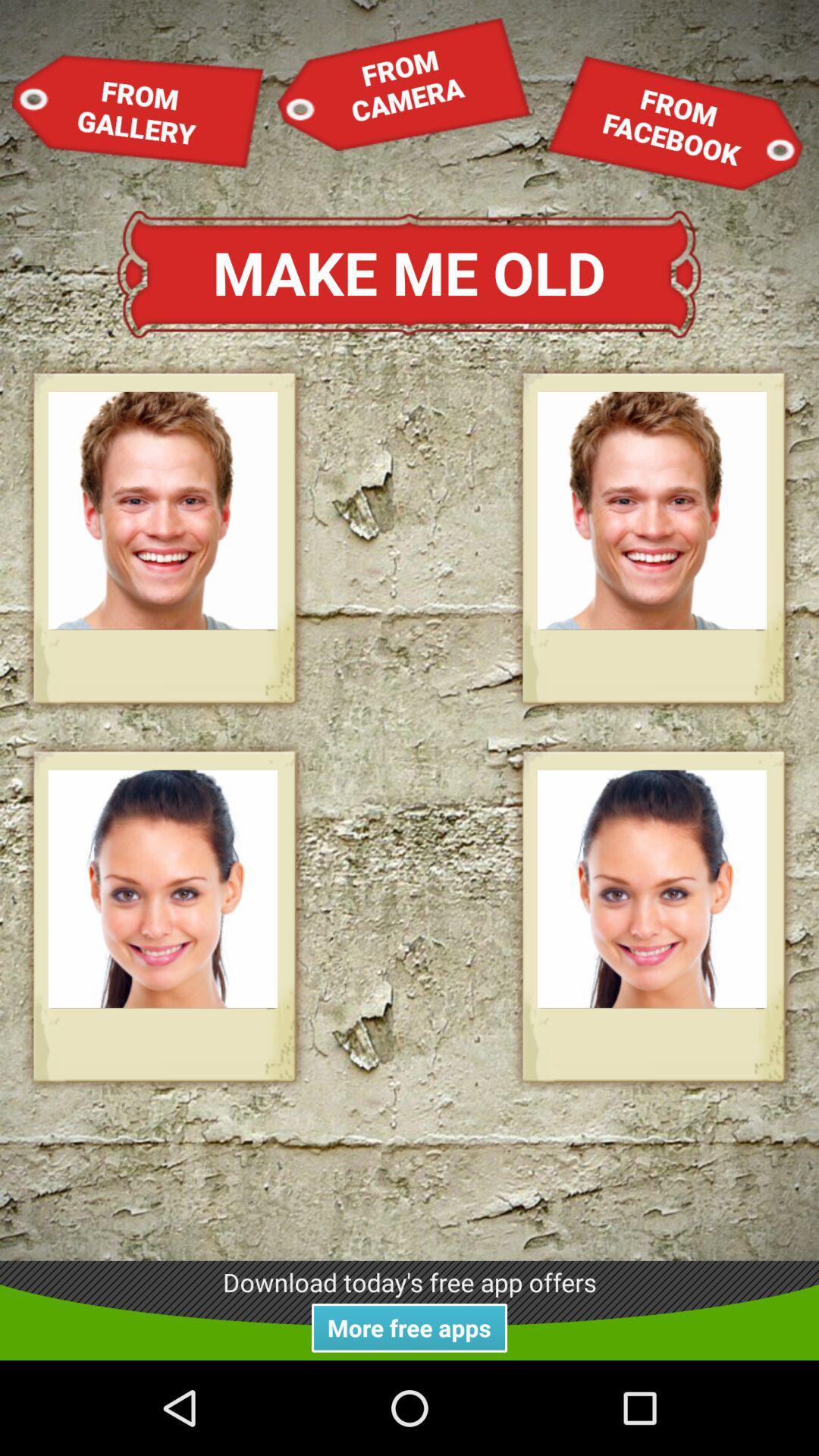 This screenshot has height=1456, width=819. I want to click on the icon to the left of the from, so click(403, 83).